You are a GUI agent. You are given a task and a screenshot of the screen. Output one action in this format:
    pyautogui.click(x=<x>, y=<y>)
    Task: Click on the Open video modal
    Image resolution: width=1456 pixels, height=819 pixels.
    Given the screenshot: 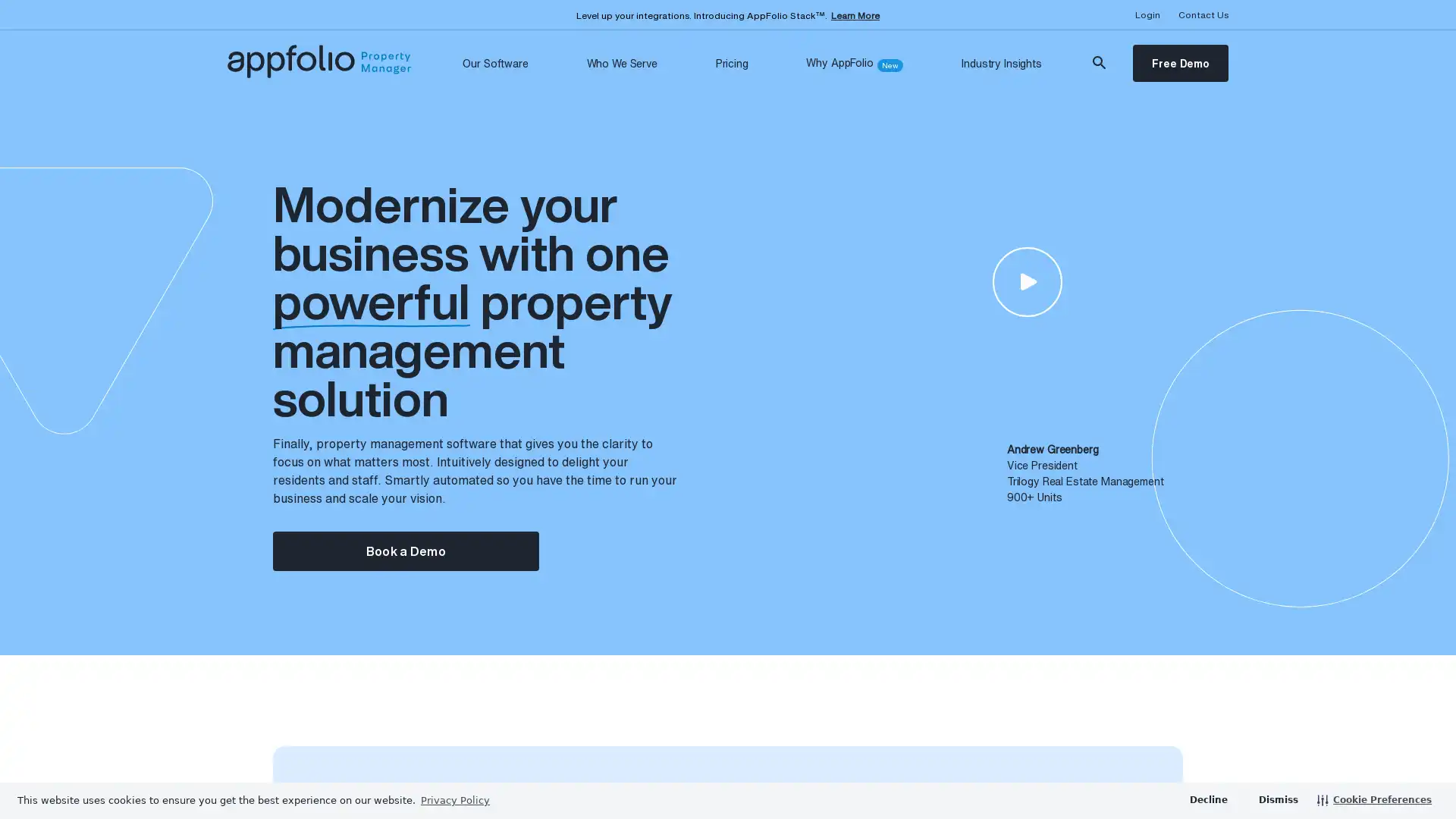 What is the action you would take?
    pyautogui.click(x=1027, y=302)
    